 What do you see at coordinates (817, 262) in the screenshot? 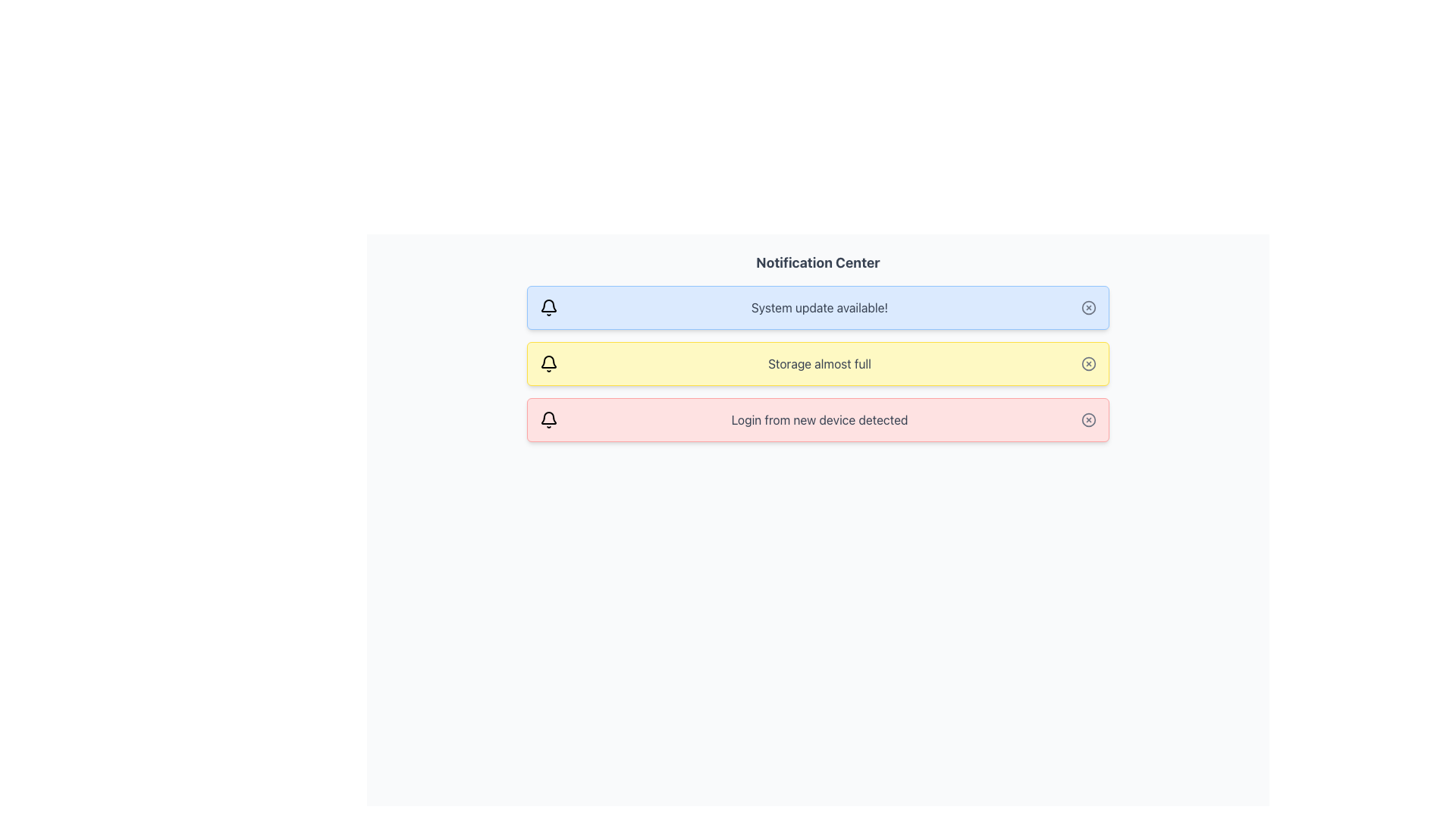
I see `the Text element styled as a heading, which serves as the title for the notification section, positioned at the top center of the user interface` at bounding box center [817, 262].